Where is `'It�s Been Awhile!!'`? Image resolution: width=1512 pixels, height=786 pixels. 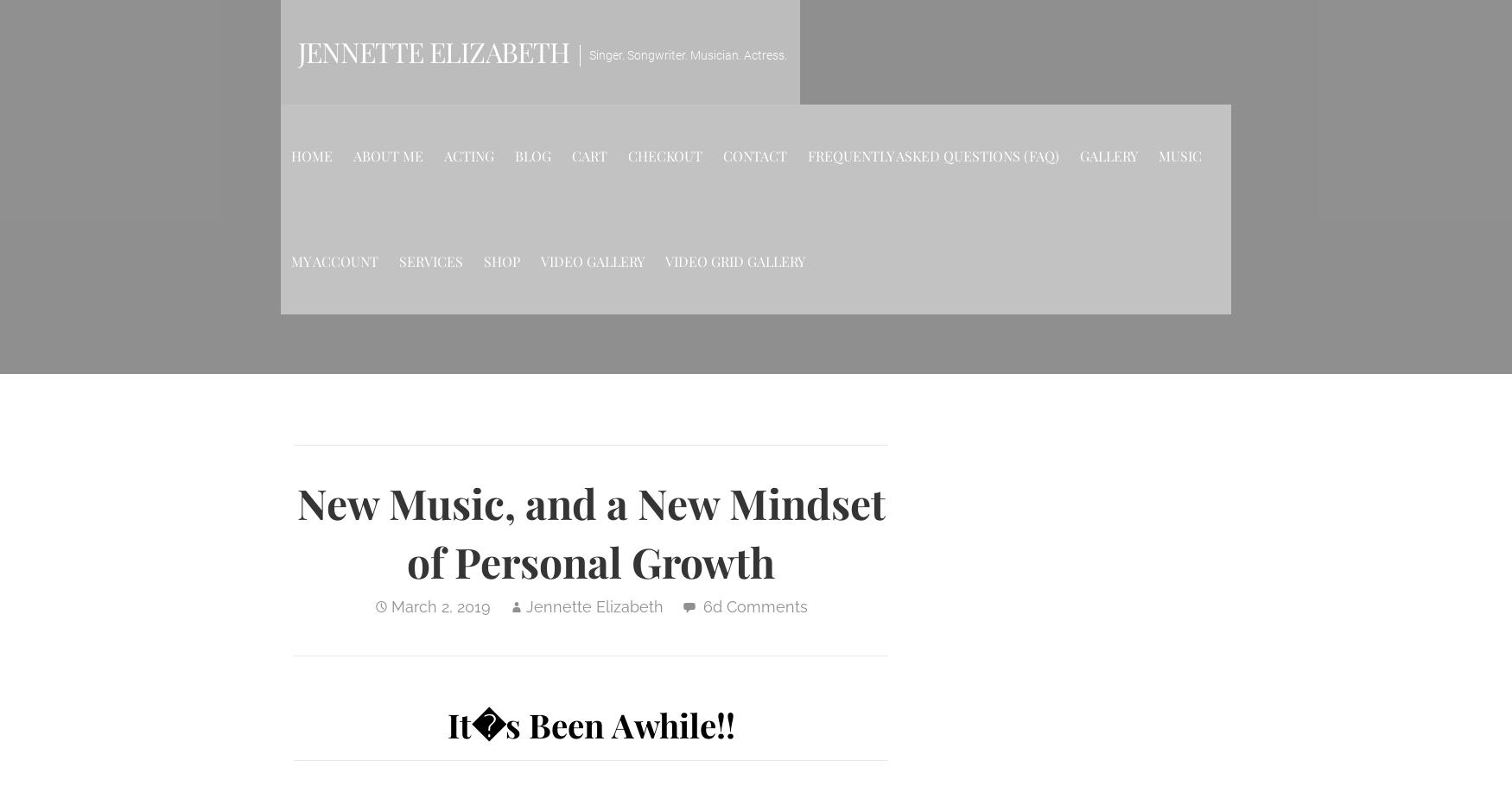
'It�s Been Awhile!!' is located at coordinates (589, 725).